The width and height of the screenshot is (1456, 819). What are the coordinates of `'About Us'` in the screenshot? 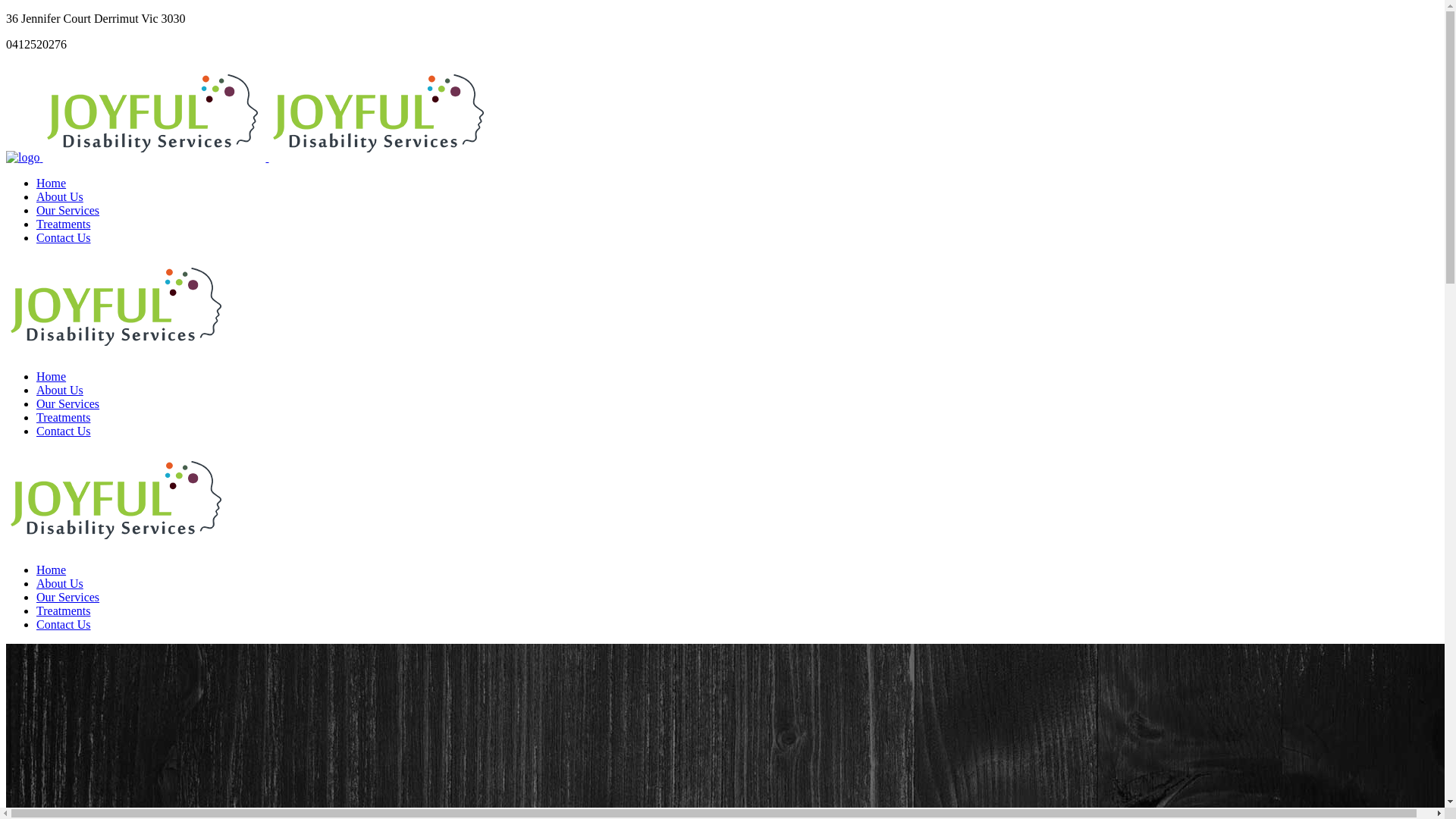 It's located at (36, 582).